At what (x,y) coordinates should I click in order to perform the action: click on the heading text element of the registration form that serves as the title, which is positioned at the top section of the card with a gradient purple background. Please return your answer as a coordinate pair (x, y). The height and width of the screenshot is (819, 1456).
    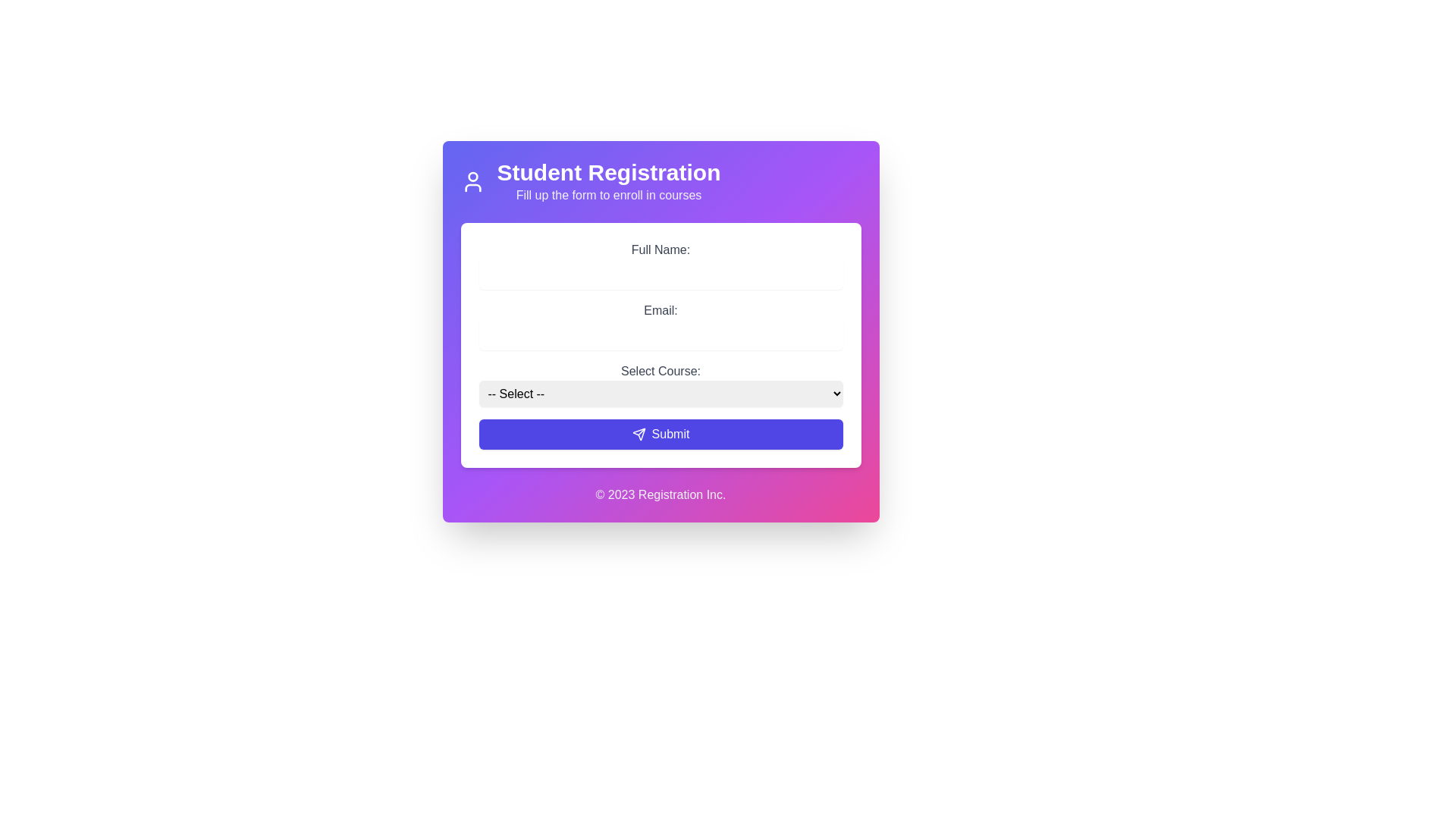
    Looking at the image, I should click on (608, 171).